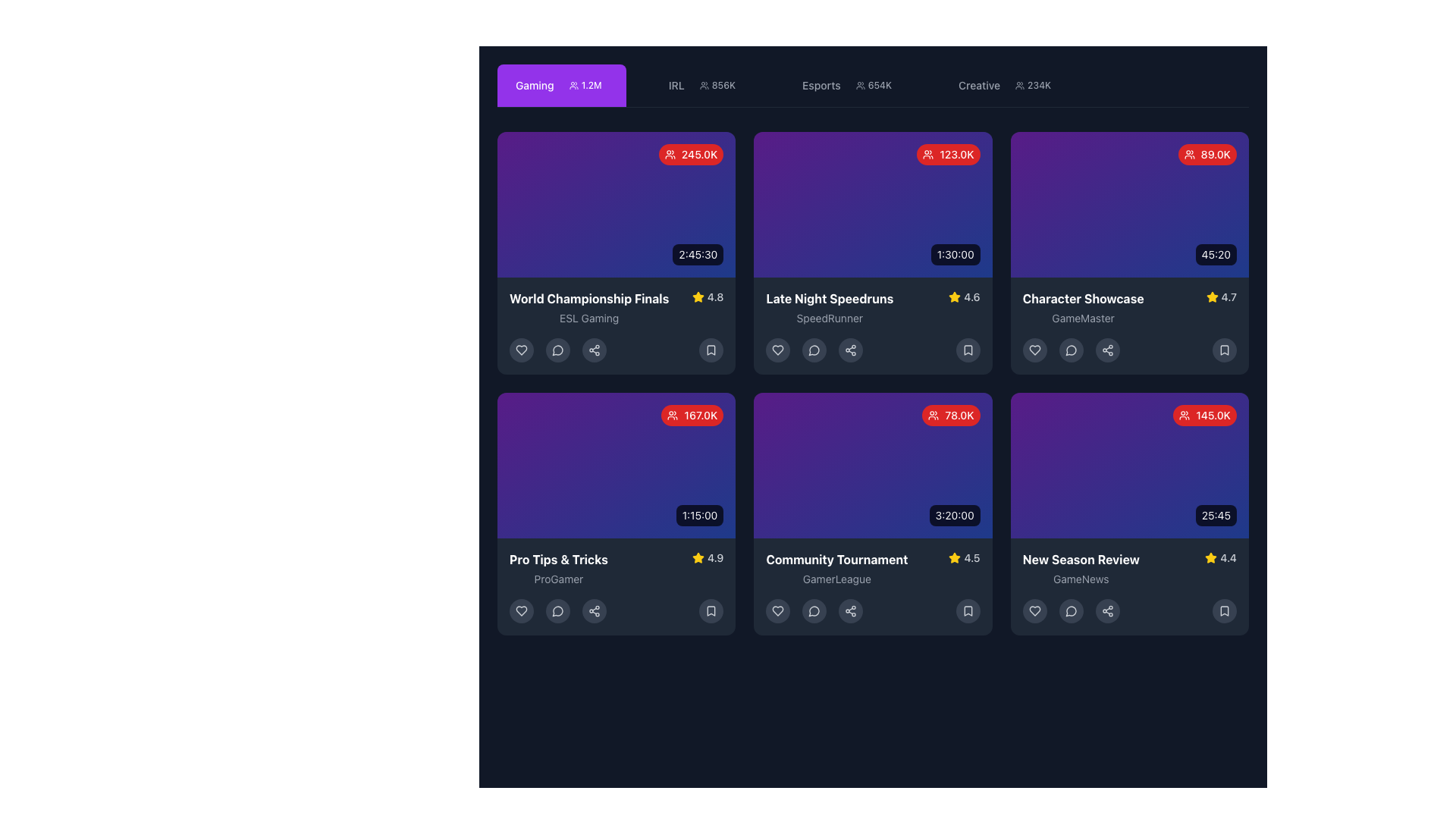  I want to click on the text-based component displaying 'New Season Review' in bold white font and 'GameNews' in smaller gray text, located at the bottom-right corner of the grid layout, so click(1080, 568).